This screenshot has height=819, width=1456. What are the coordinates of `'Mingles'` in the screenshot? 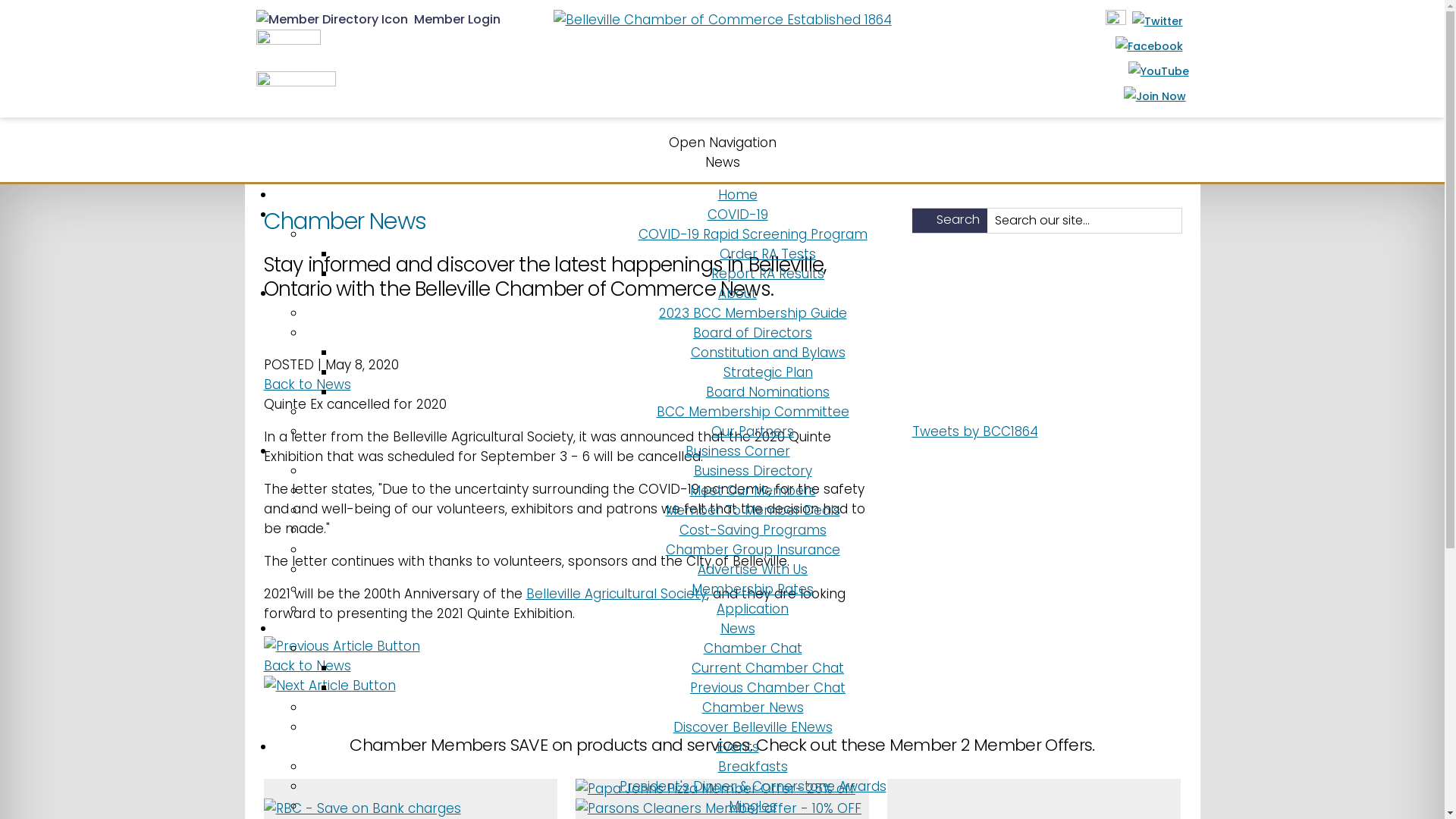 It's located at (752, 805).